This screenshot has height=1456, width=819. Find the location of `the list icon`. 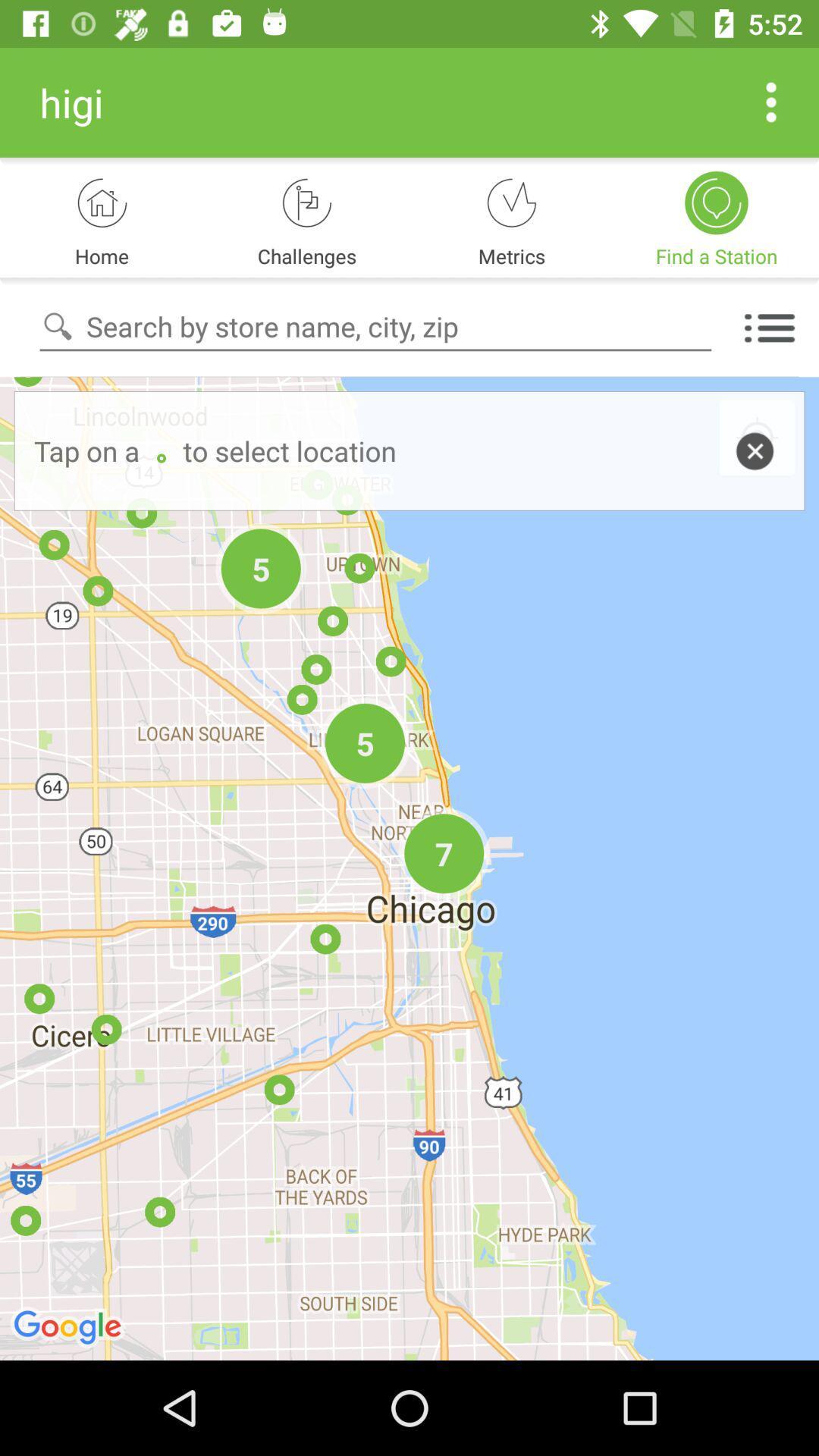

the list icon is located at coordinates (769, 326).